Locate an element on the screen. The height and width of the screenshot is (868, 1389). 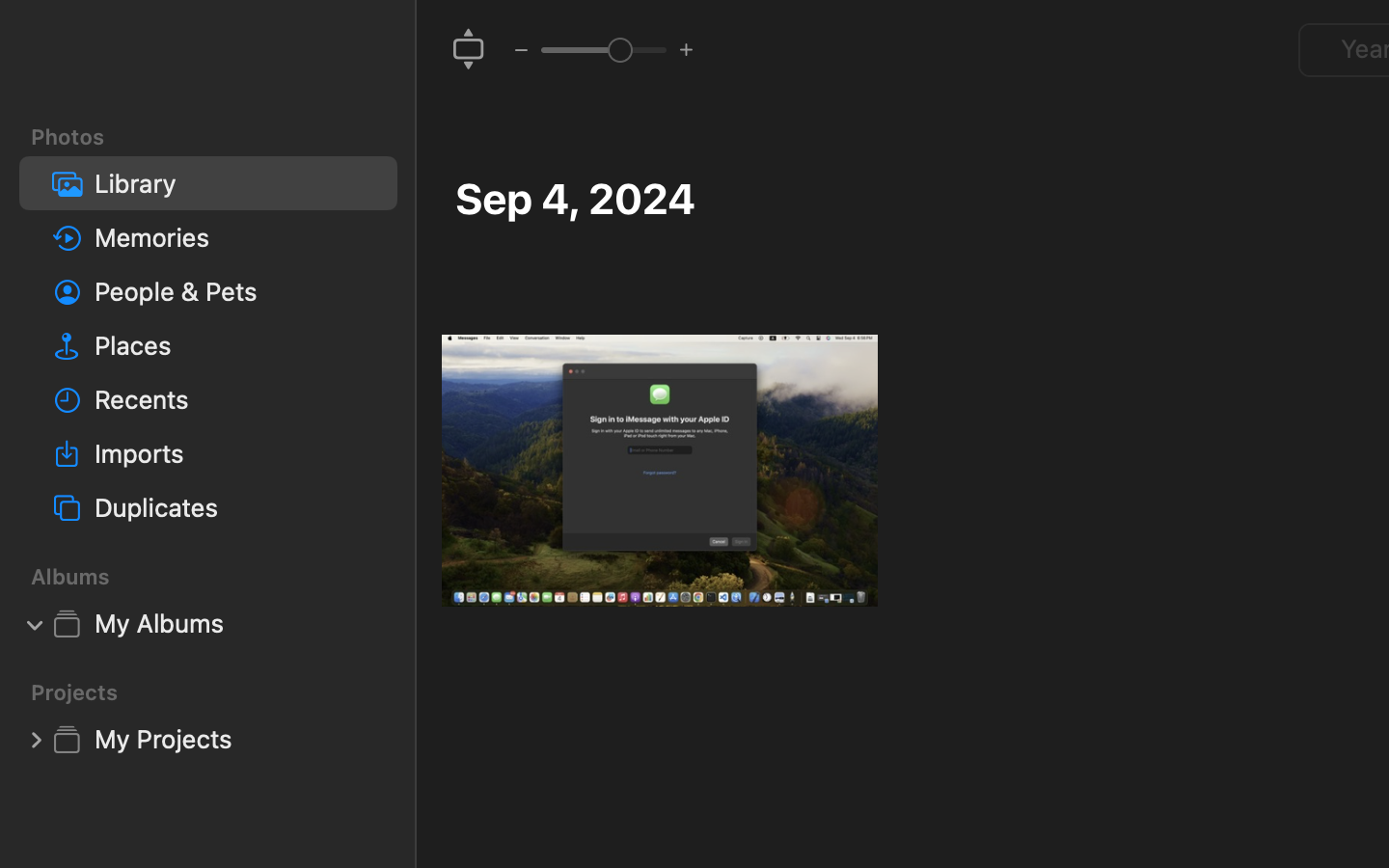
'People & Pets' is located at coordinates (236, 290).